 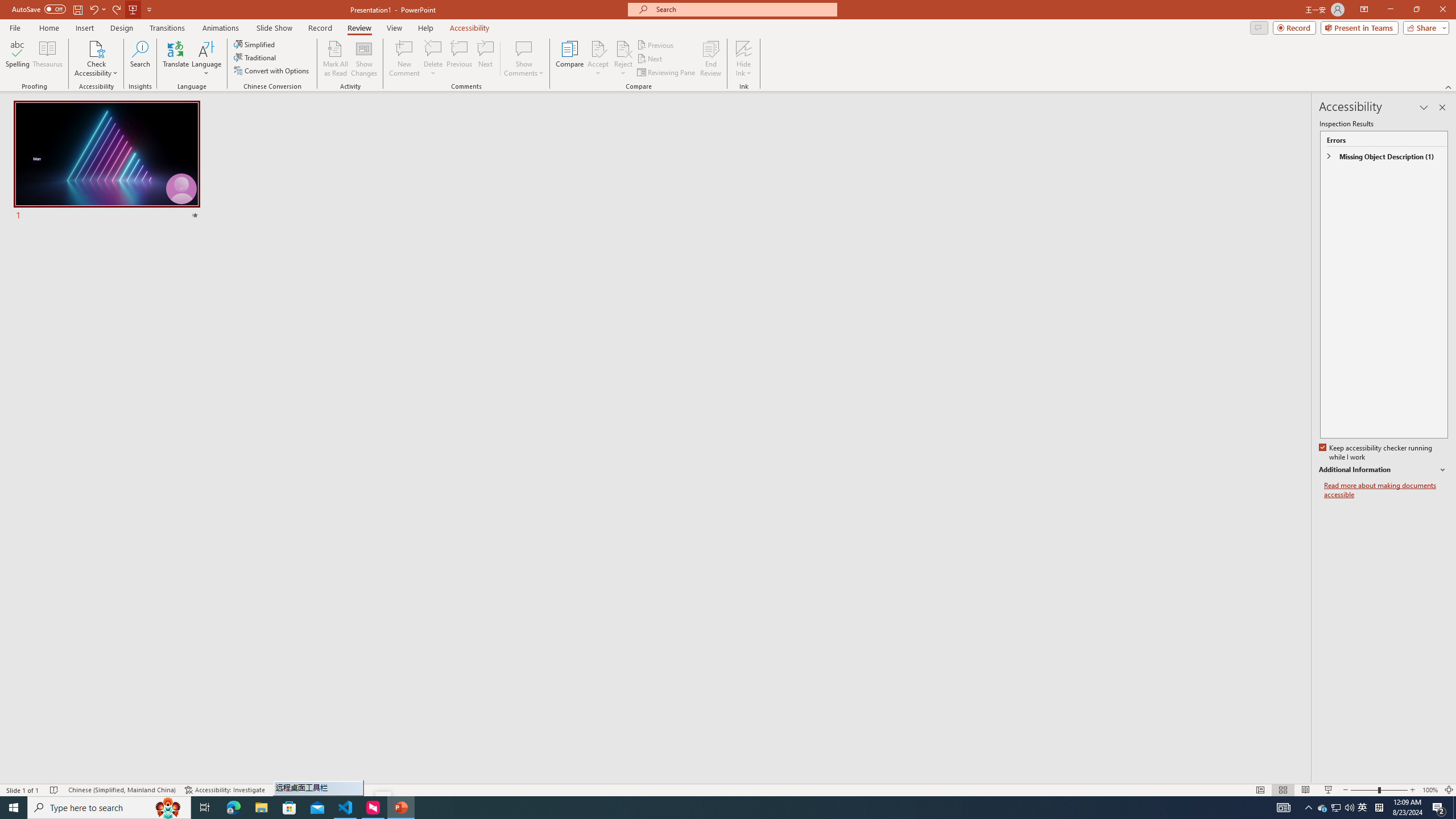 I want to click on 'Zoom 100%', so click(x=1430, y=790).